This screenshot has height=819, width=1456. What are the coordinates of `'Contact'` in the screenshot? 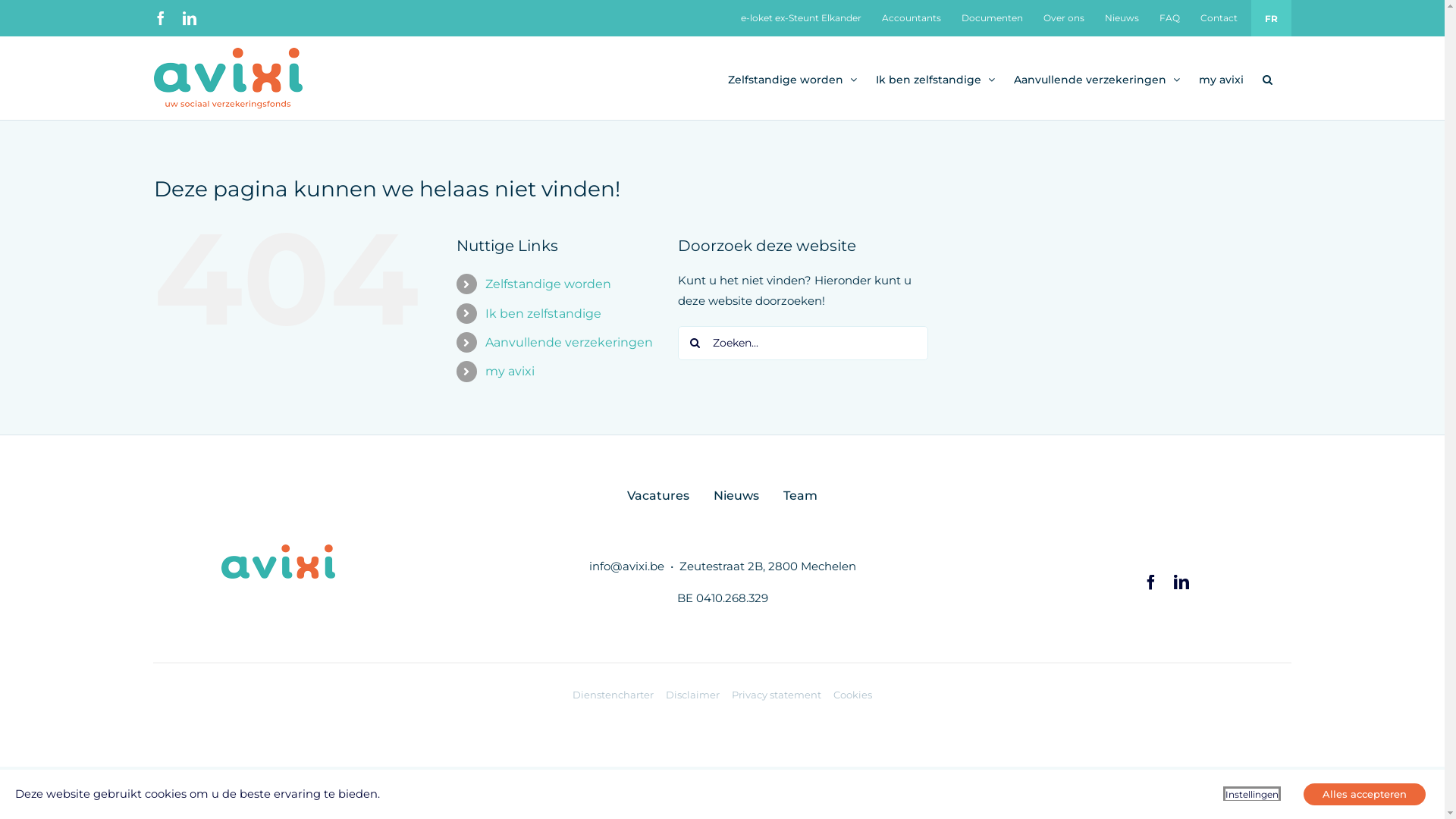 It's located at (1219, 17).